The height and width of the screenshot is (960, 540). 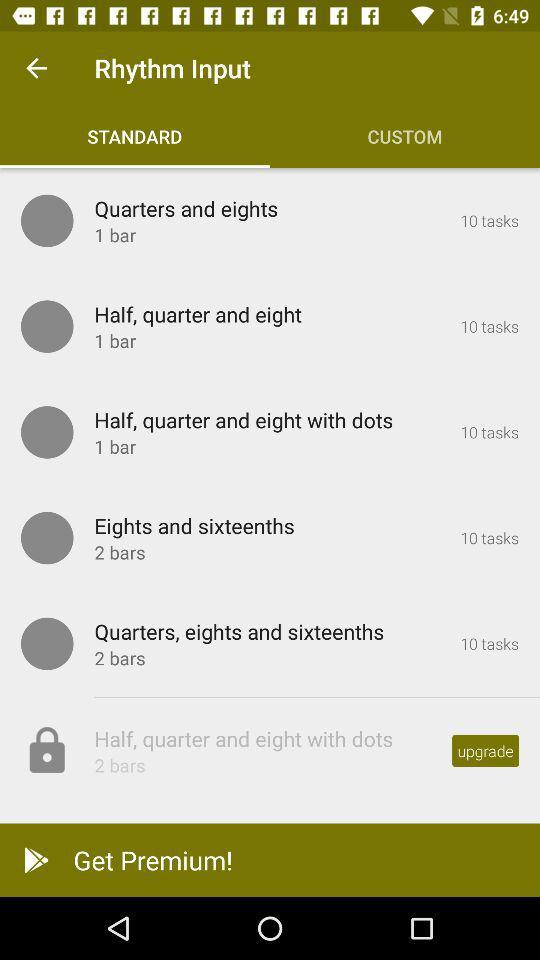 I want to click on get premium! item, so click(x=270, y=859).